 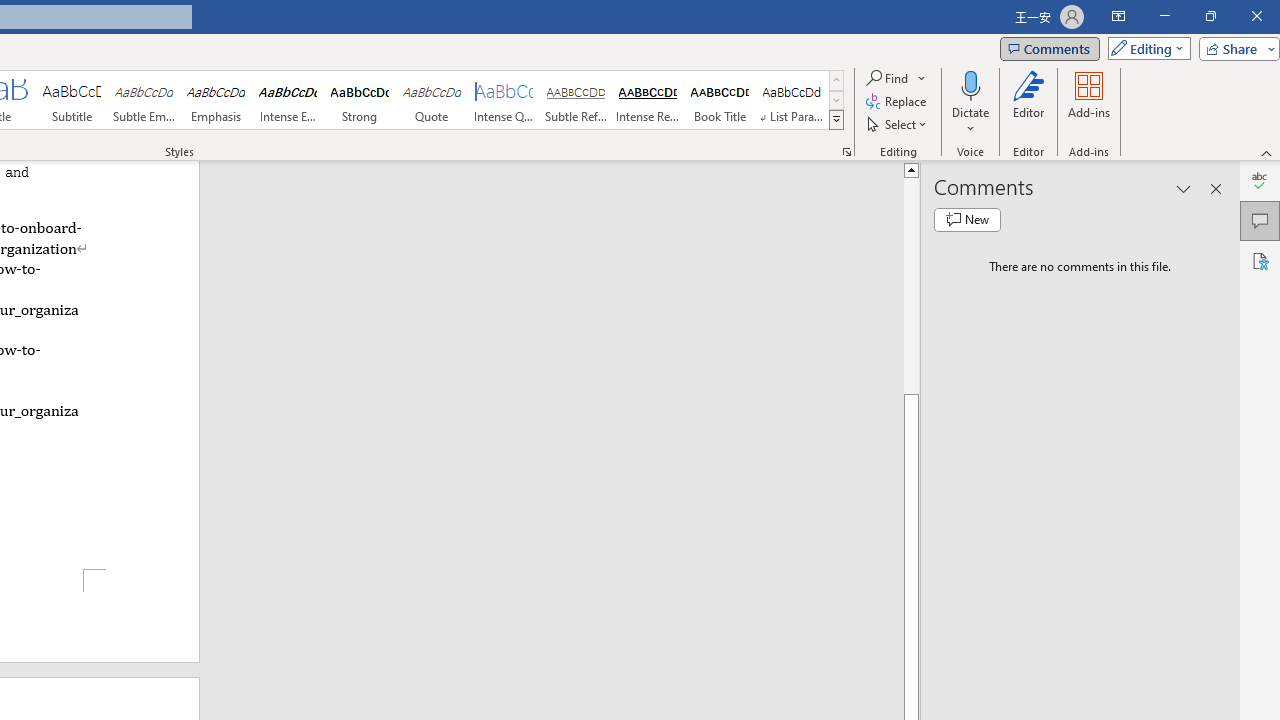 What do you see at coordinates (216, 100) in the screenshot?
I see `'Emphasis'` at bounding box center [216, 100].